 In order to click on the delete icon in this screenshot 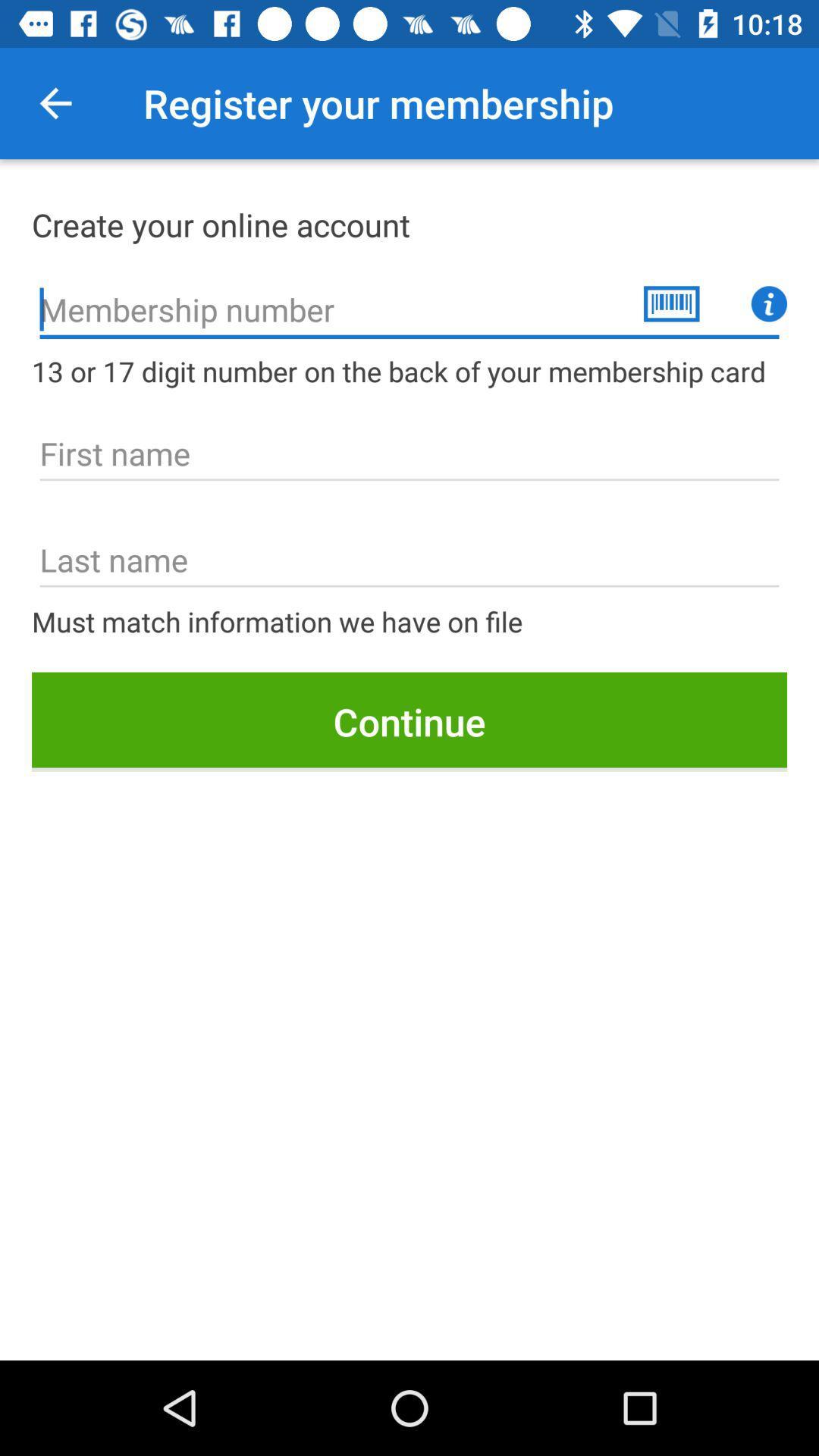, I will do `click(670, 303)`.